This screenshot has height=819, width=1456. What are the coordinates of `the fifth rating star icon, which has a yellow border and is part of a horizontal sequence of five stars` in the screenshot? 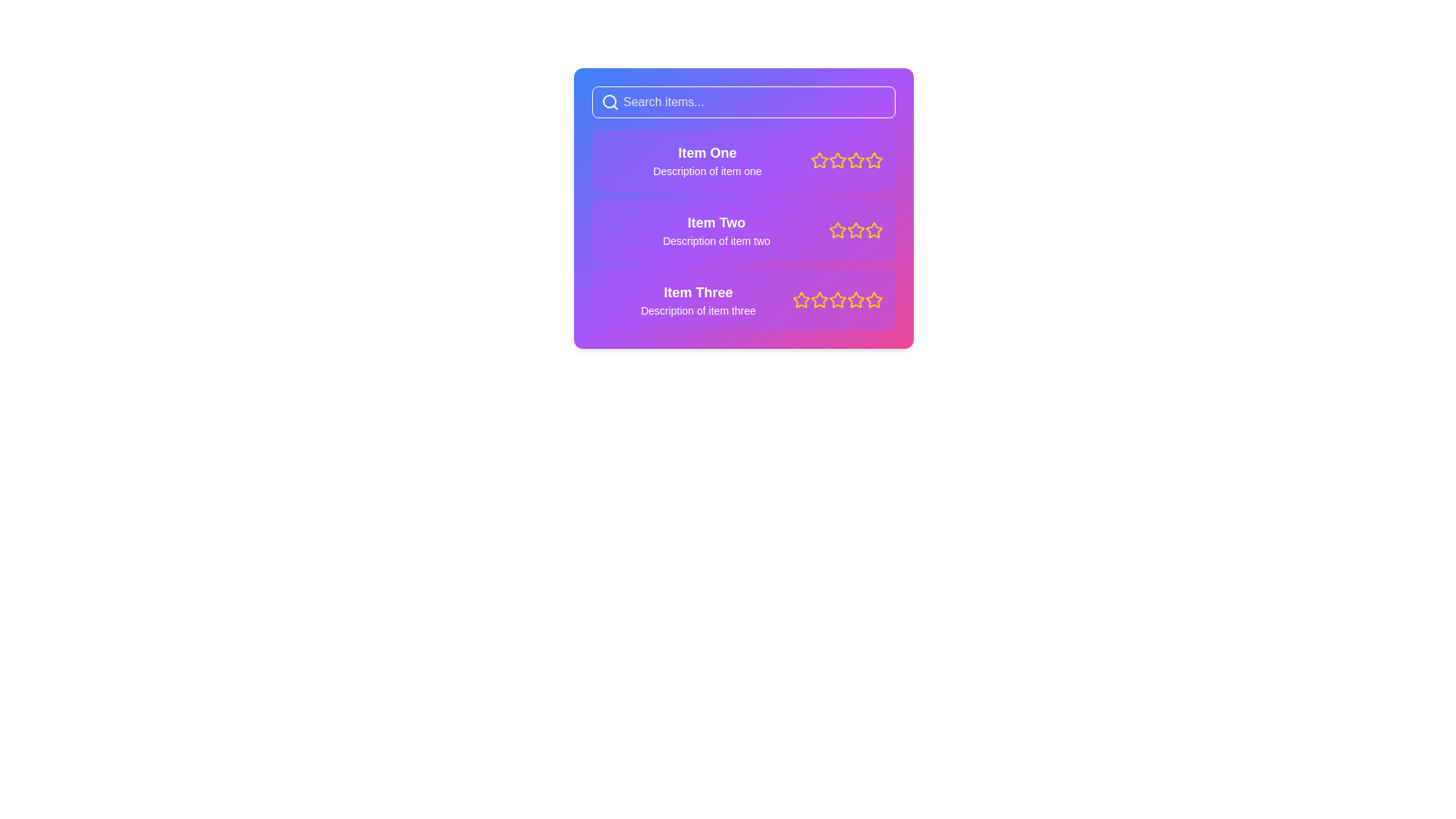 It's located at (874, 161).